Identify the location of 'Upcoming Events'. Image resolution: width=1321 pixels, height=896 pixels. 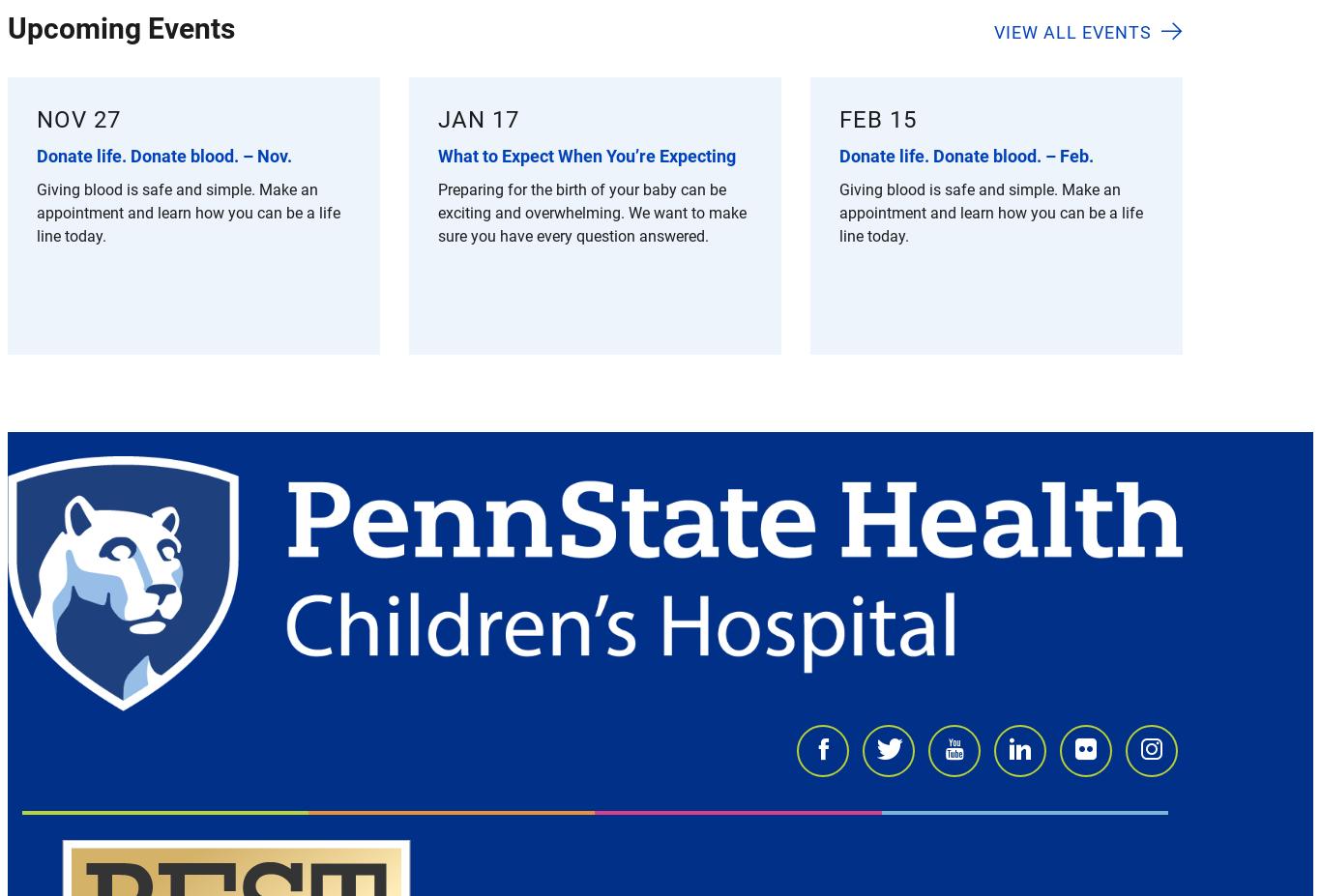
(120, 27).